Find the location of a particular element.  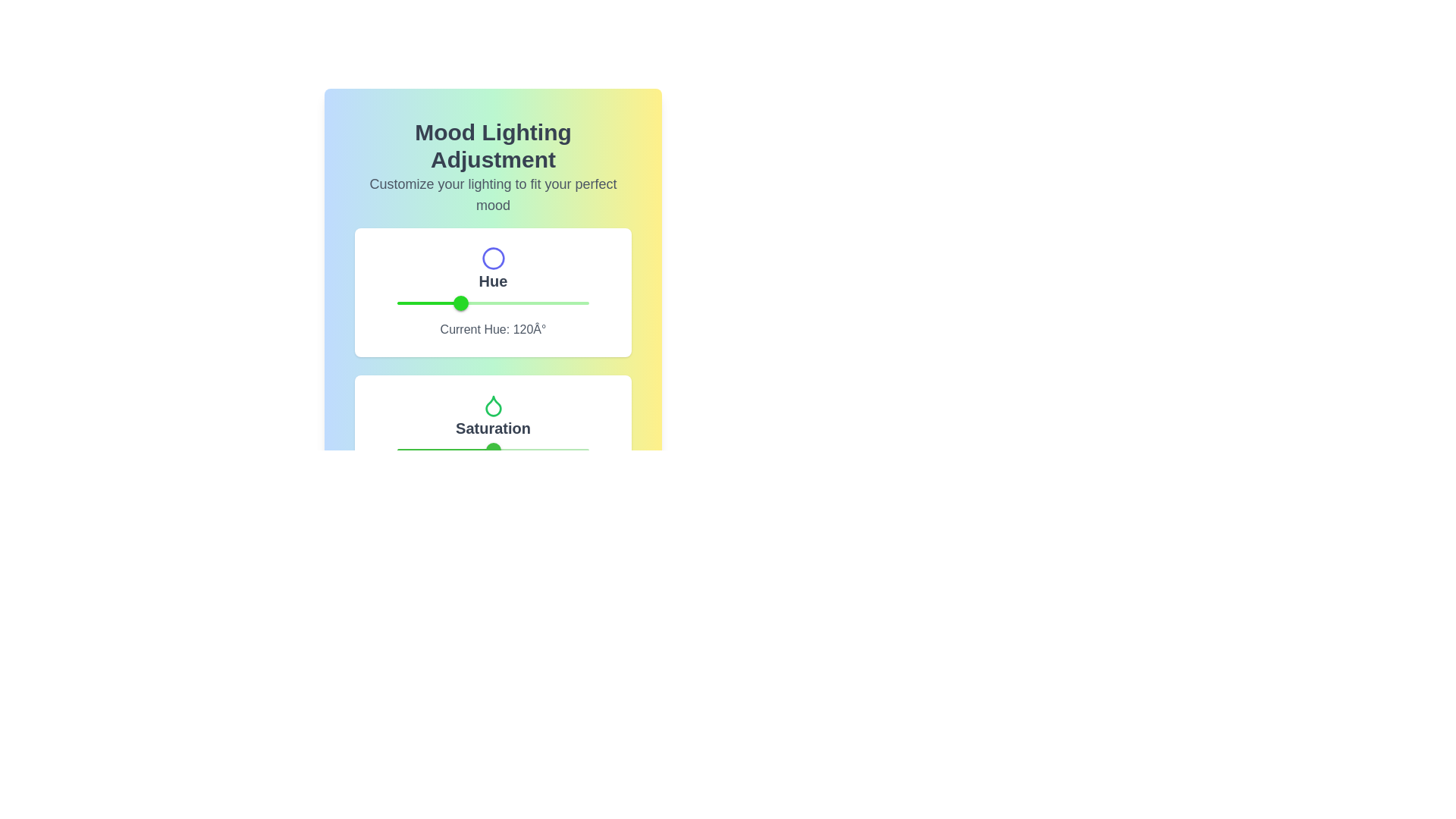

the slider is located at coordinates (422, 450).